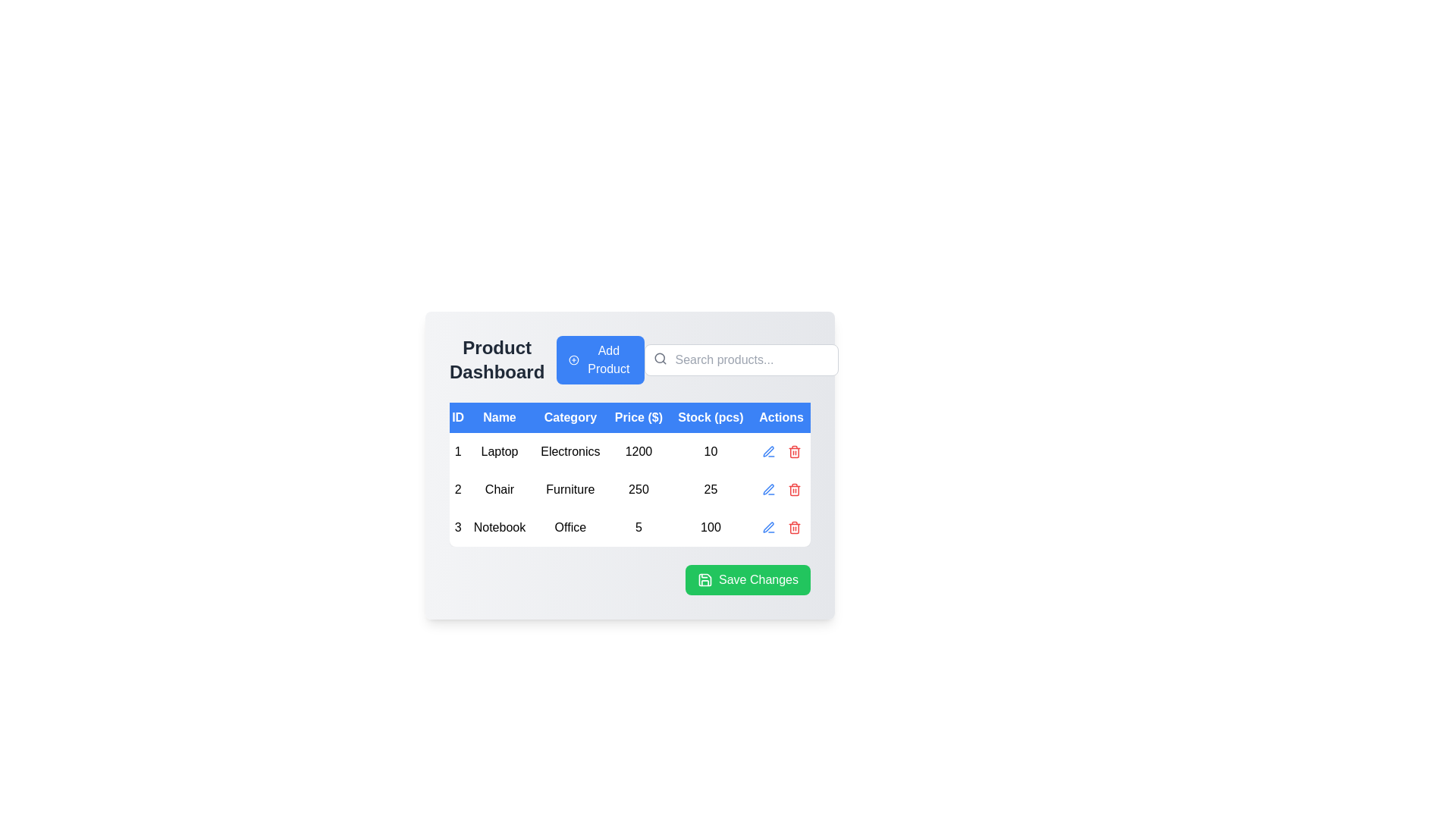 This screenshot has height=819, width=1456. Describe the element at coordinates (710, 451) in the screenshot. I see `displayed text in the Text Display for the product 'Laptop' located in the fifth column labeled 'Stock (pcs)' of the table` at that location.